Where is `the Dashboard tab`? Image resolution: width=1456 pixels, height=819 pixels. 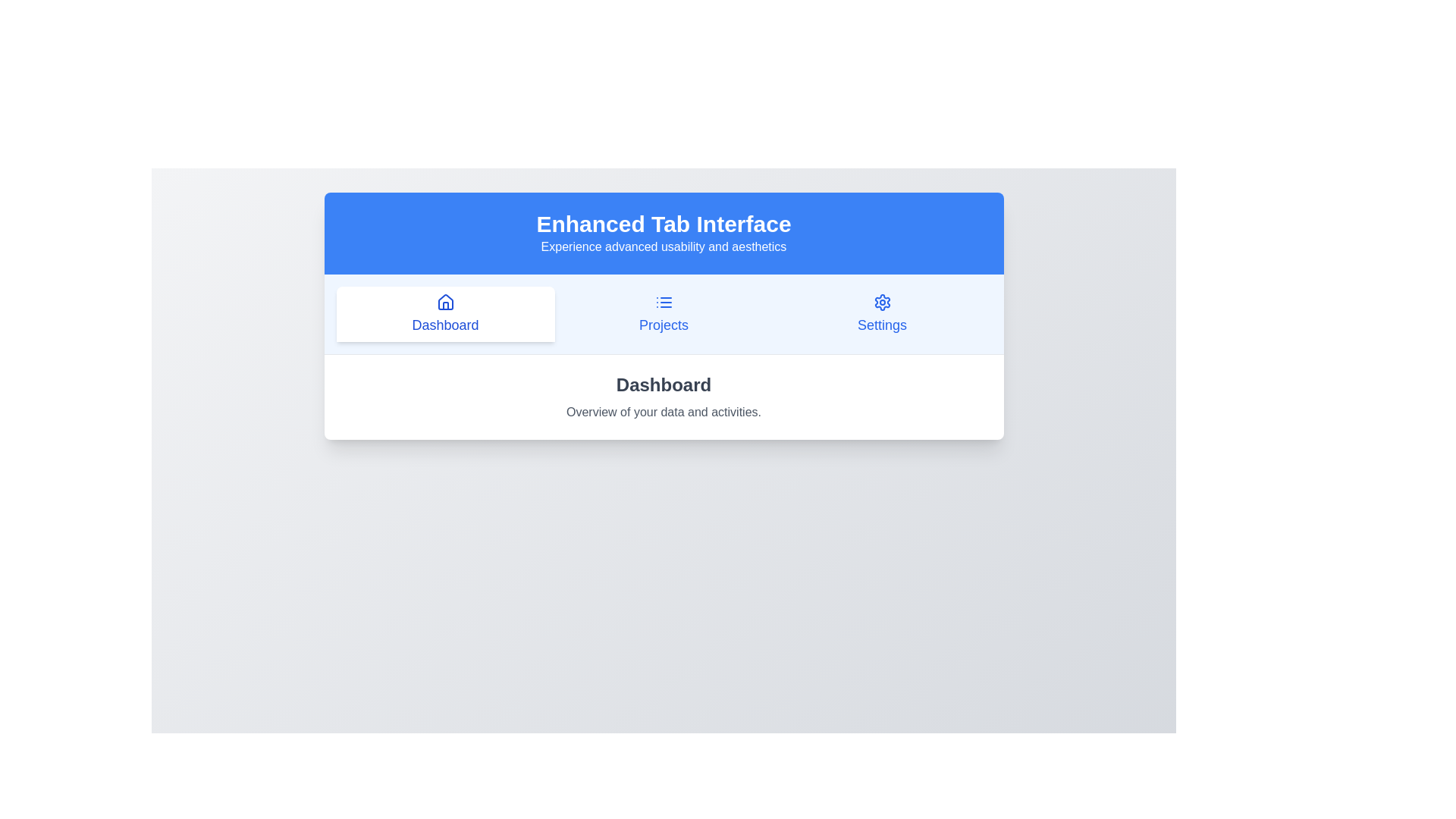 the Dashboard tab is located at coordinates (444, 313).